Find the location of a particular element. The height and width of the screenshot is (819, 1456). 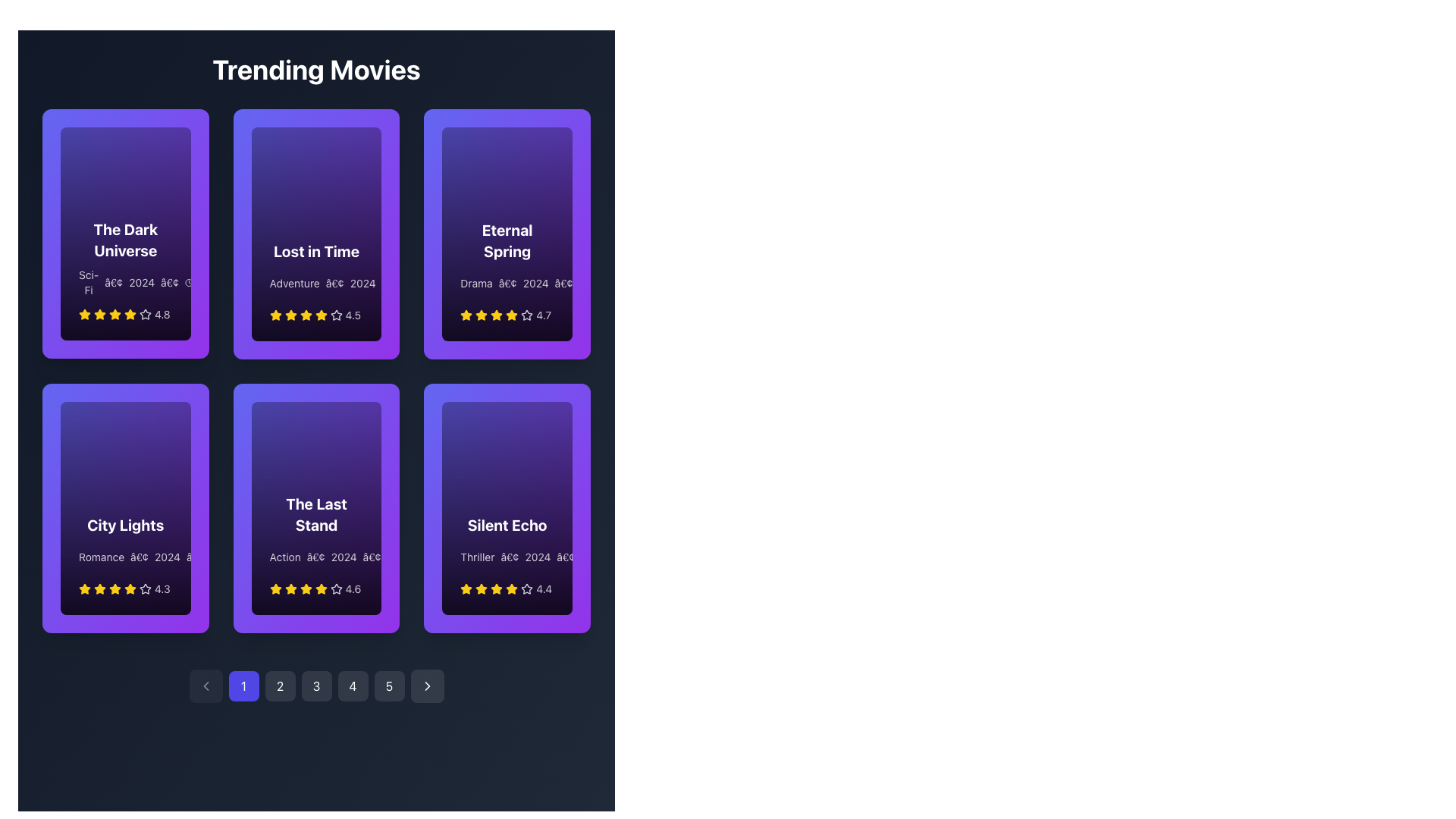

the text label set displaying 'Action', '•', and '2024', located at the bottom center of the movie card for 'The Last Stand' is located at coordinates (315, 557).